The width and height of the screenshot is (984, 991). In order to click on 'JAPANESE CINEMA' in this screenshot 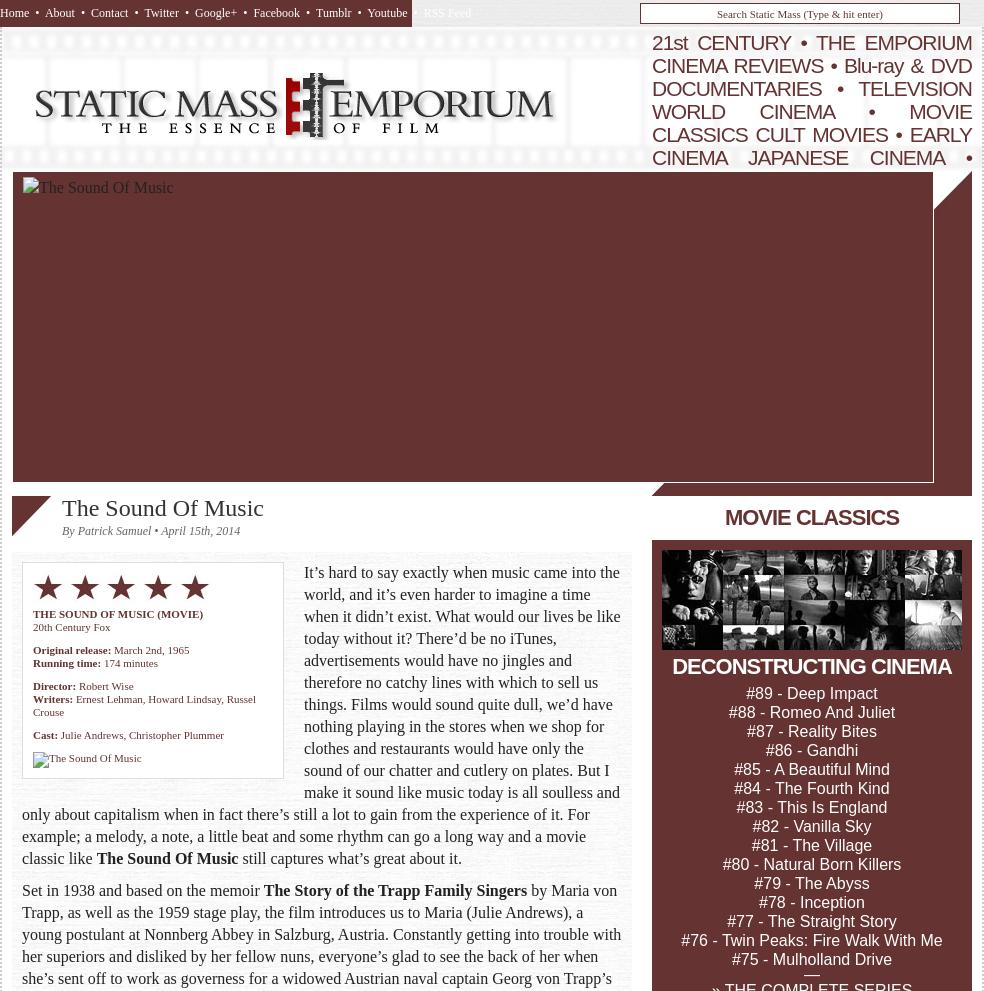, I will do `click(845, 157)`.